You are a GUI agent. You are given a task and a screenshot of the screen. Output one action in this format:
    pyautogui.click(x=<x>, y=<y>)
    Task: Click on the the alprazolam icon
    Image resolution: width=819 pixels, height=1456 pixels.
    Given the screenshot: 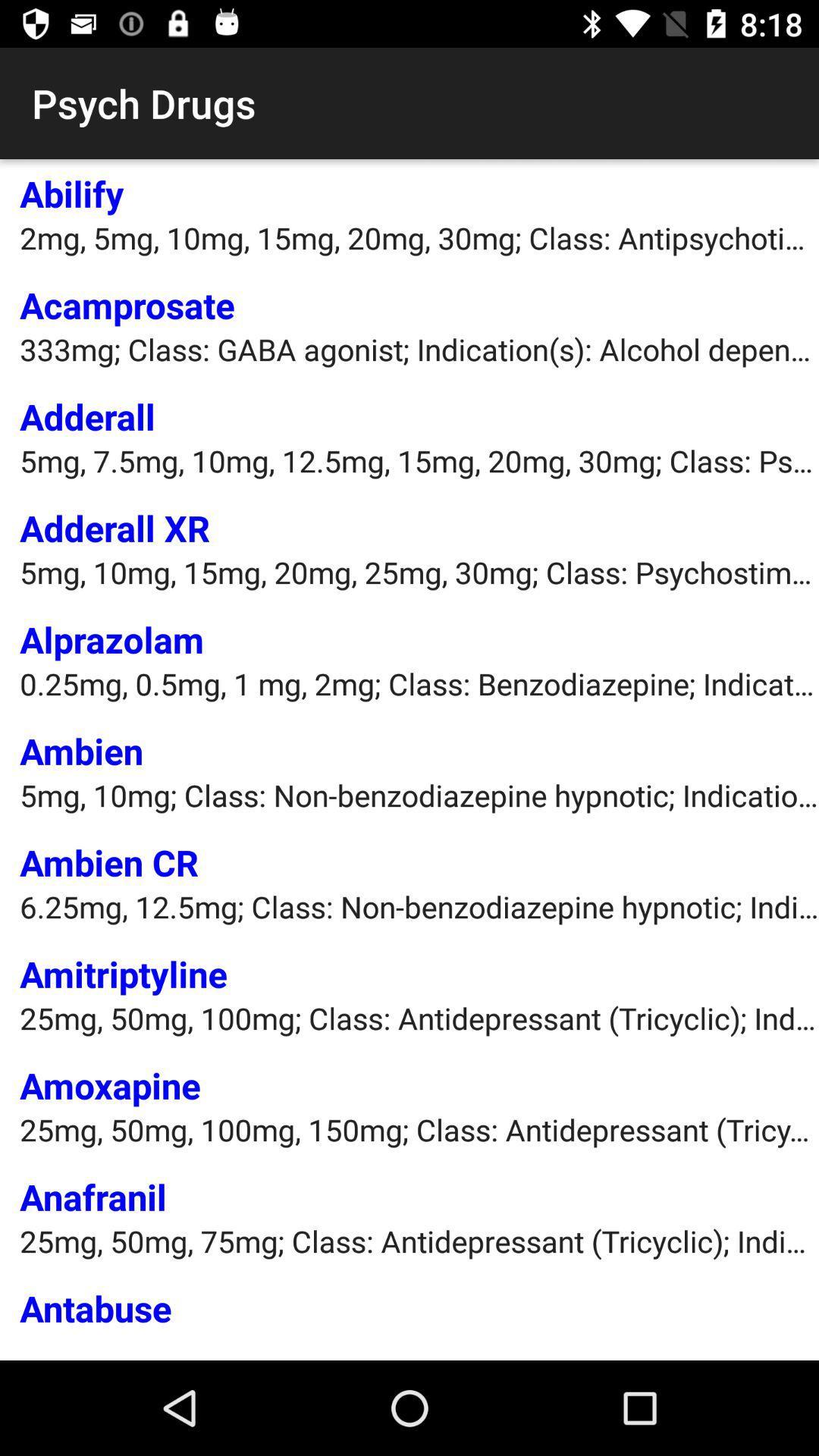 What is the action you would take?
    pyautogui.click(x=111, y=639)
    